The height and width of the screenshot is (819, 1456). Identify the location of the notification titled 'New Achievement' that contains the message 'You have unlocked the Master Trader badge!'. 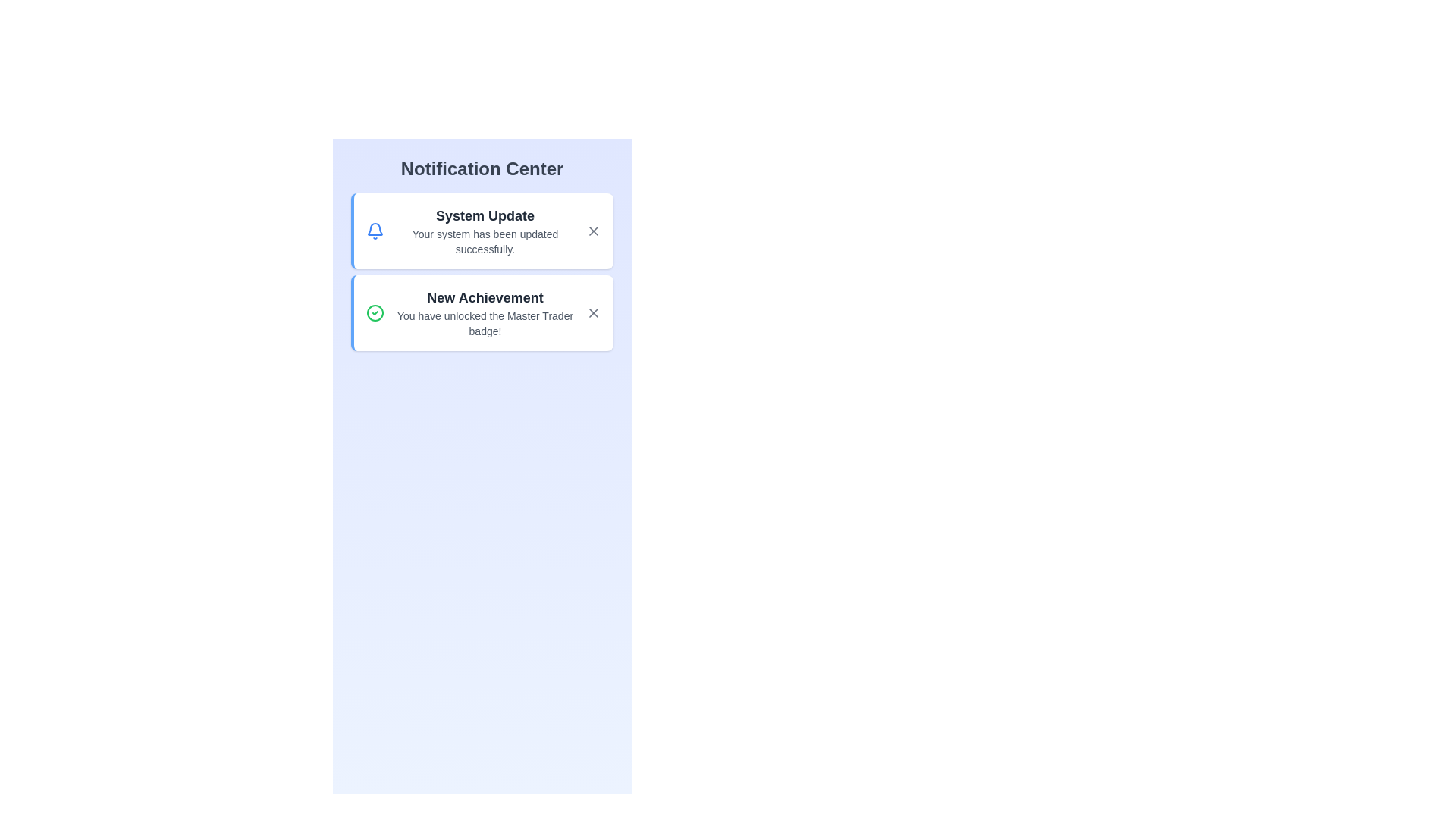
(484, 312).